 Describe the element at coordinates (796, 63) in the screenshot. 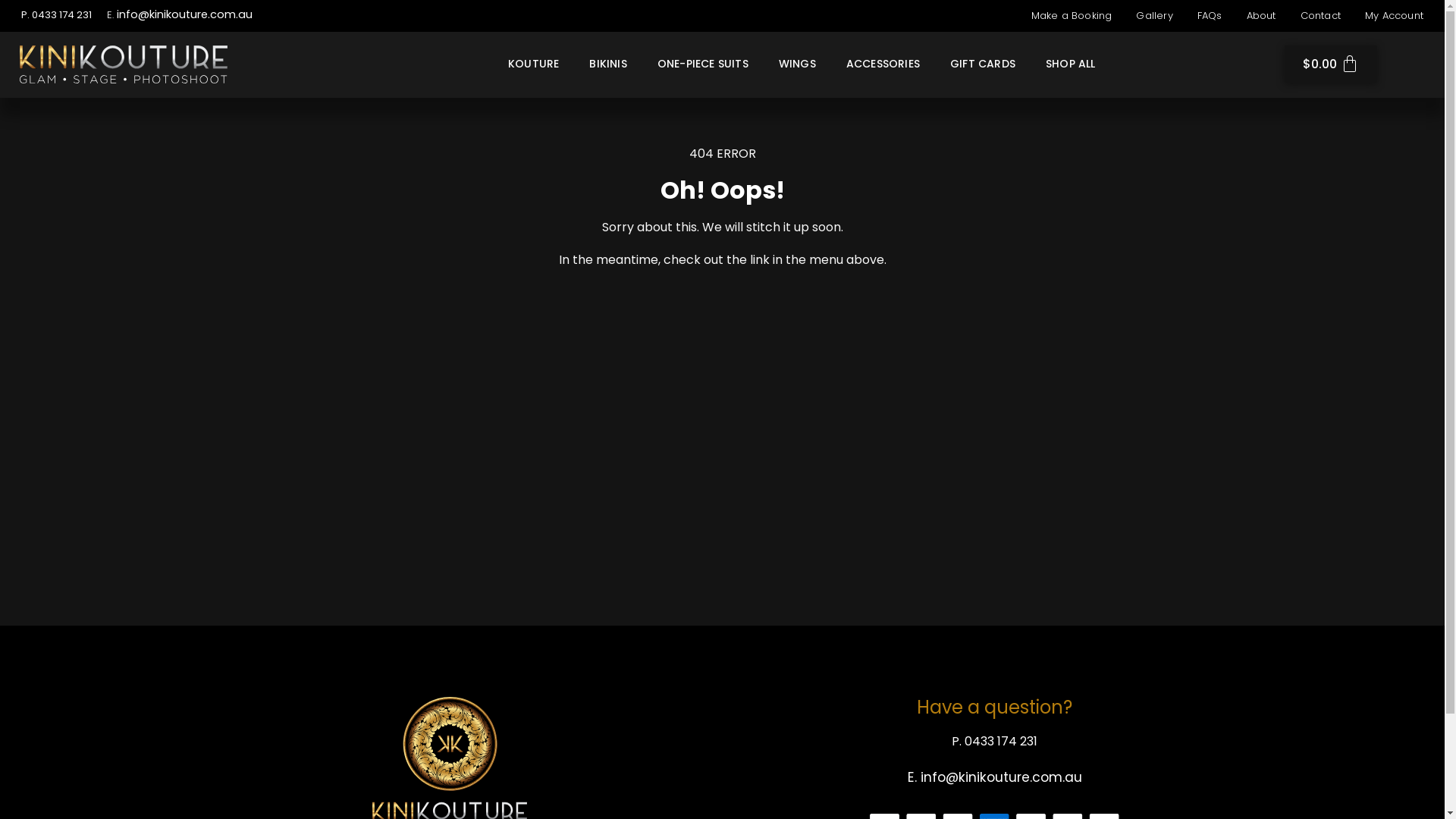

I see `'WINGS'` at that location.